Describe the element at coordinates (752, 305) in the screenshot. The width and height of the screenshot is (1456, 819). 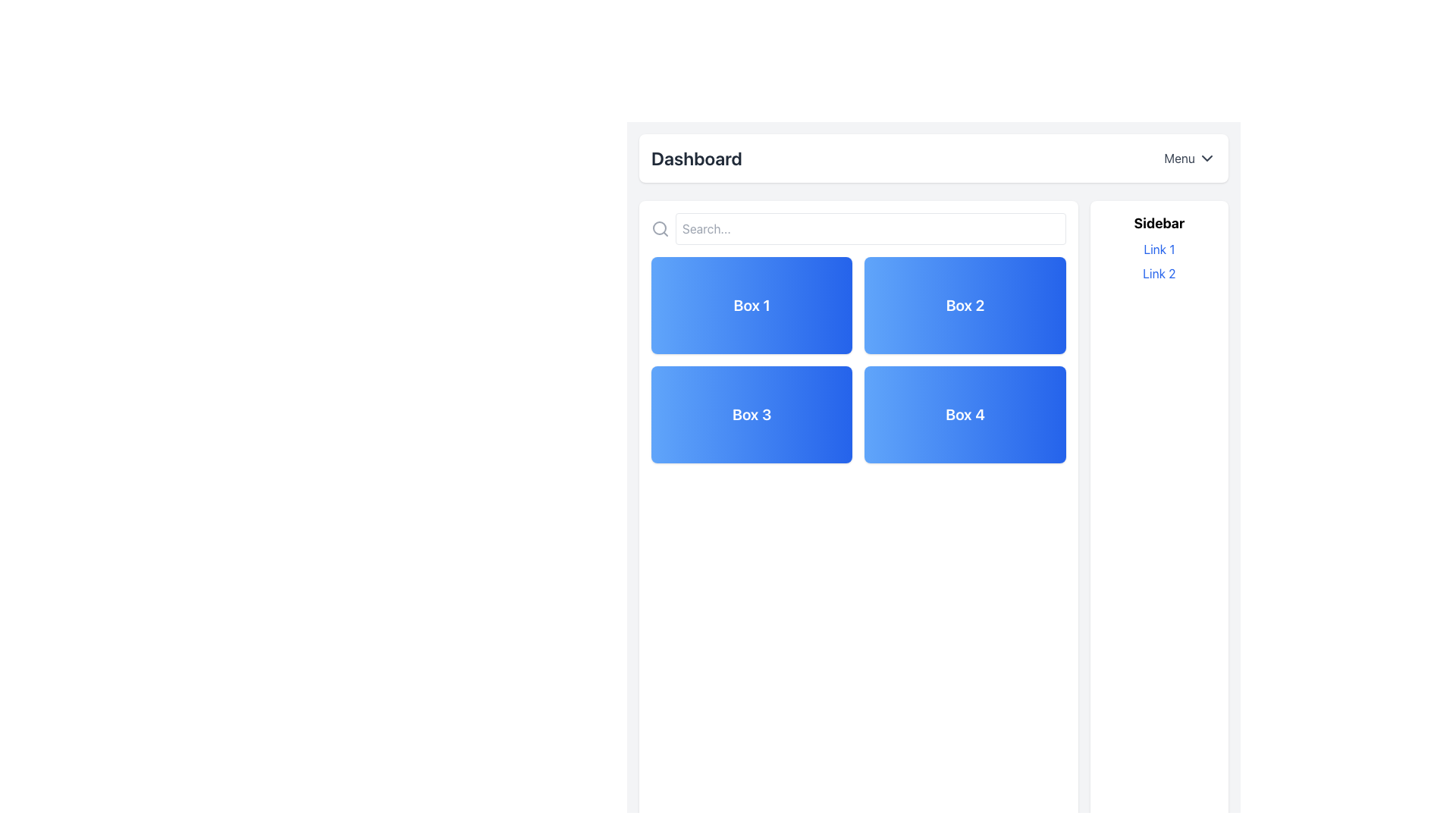
I see `the Static Display Box labeled 'Box 1', which is the top-left box in a 2x2 grid with a gradient background and rounded corners` at that location.